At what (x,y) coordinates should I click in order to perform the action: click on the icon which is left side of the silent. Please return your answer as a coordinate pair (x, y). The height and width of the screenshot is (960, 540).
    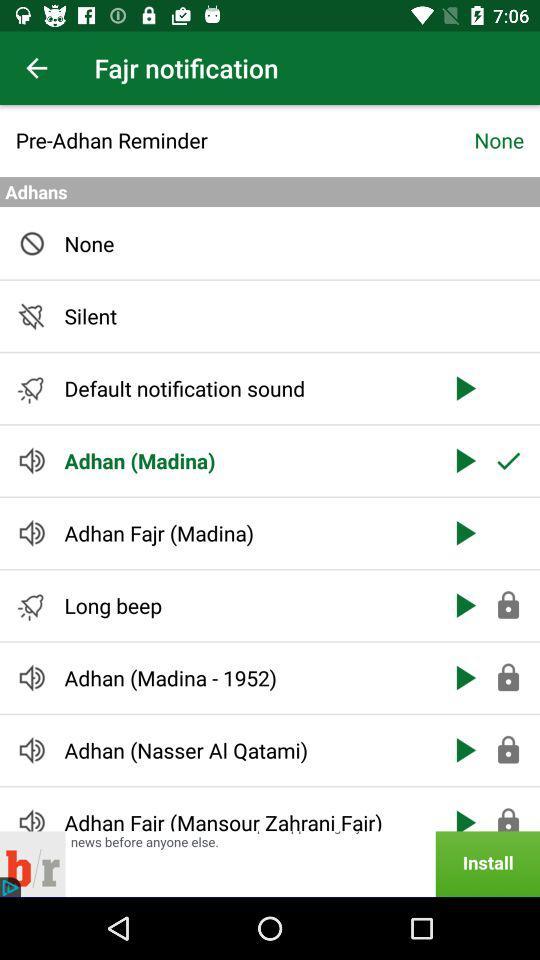
    Looking at the image, I should click on (31, 316).